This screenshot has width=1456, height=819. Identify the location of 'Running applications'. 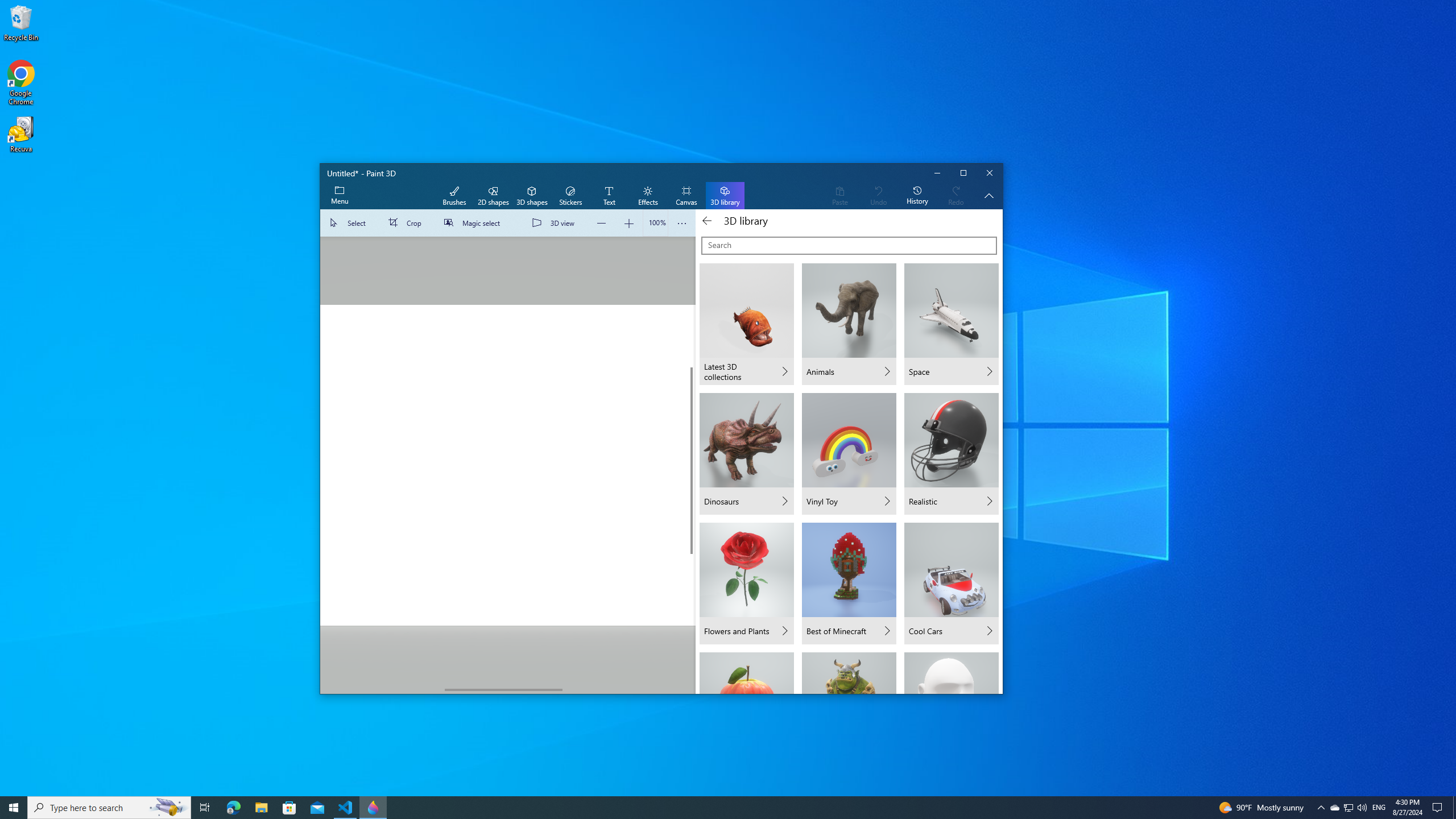
(706, 806).